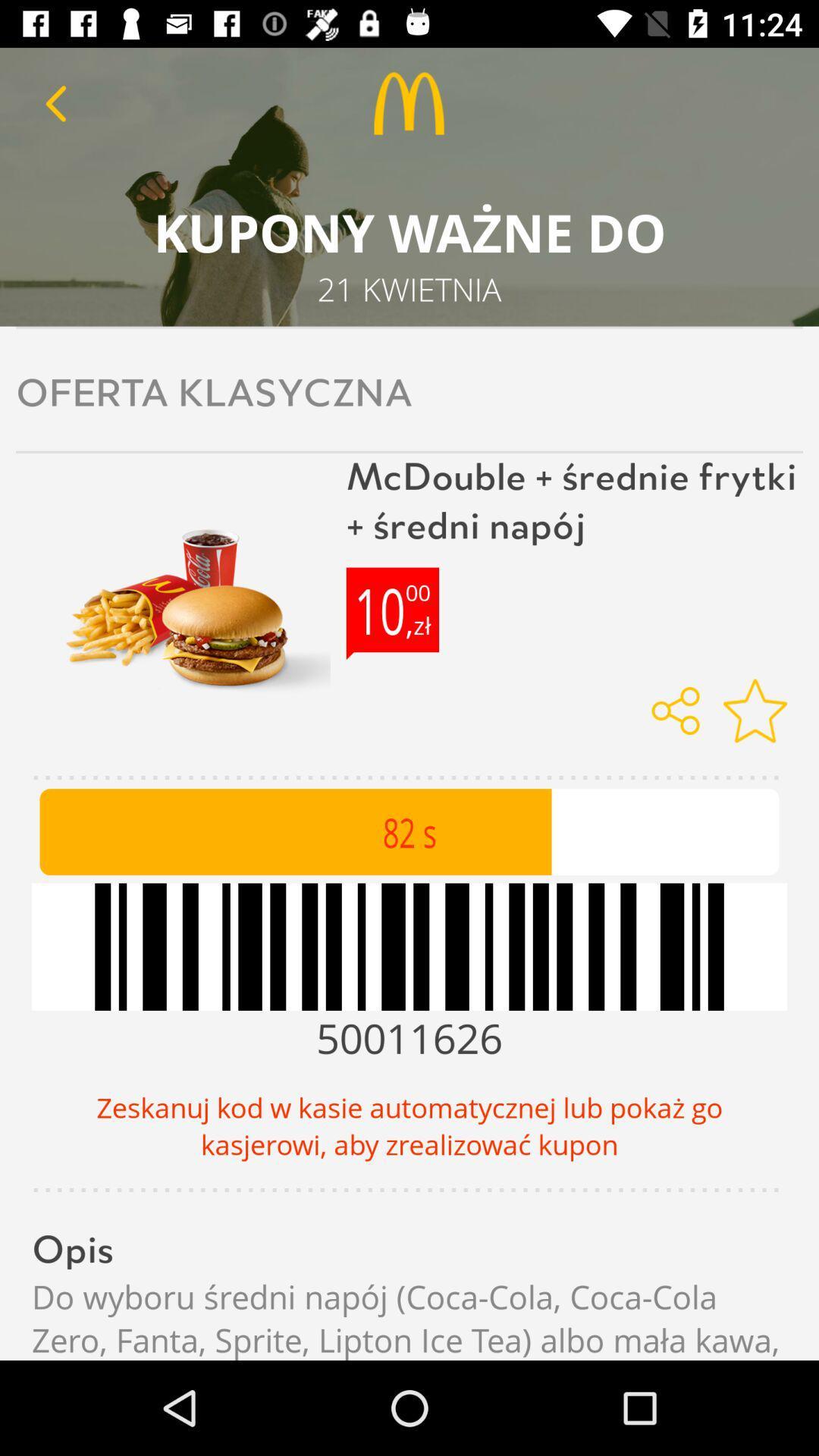 The height and width of the screenshot is (1456, 819). Describe the element at coordinates (55, 102) in the screenshot. I see `previous button` at that location.